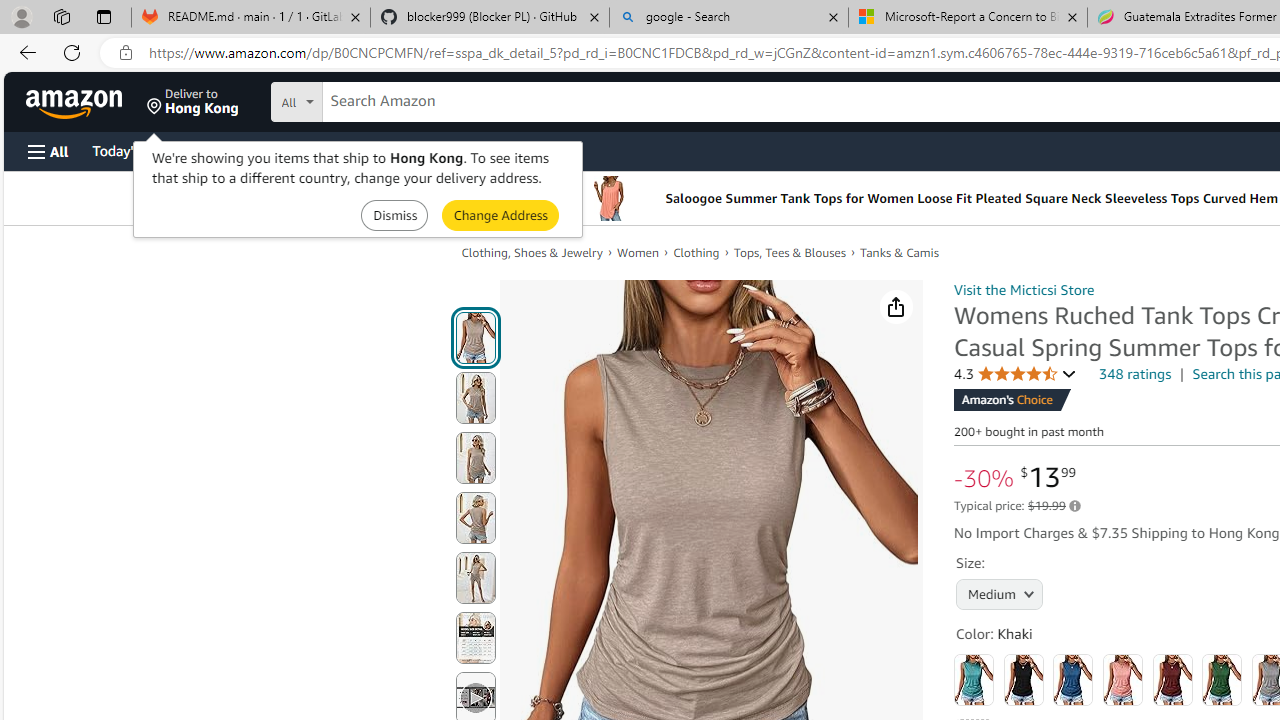 This screenshot has height=720, width=1280. Describe the element at coordinates (1172, 679) in the screenshot. I see `'Dark Red'` at that location.